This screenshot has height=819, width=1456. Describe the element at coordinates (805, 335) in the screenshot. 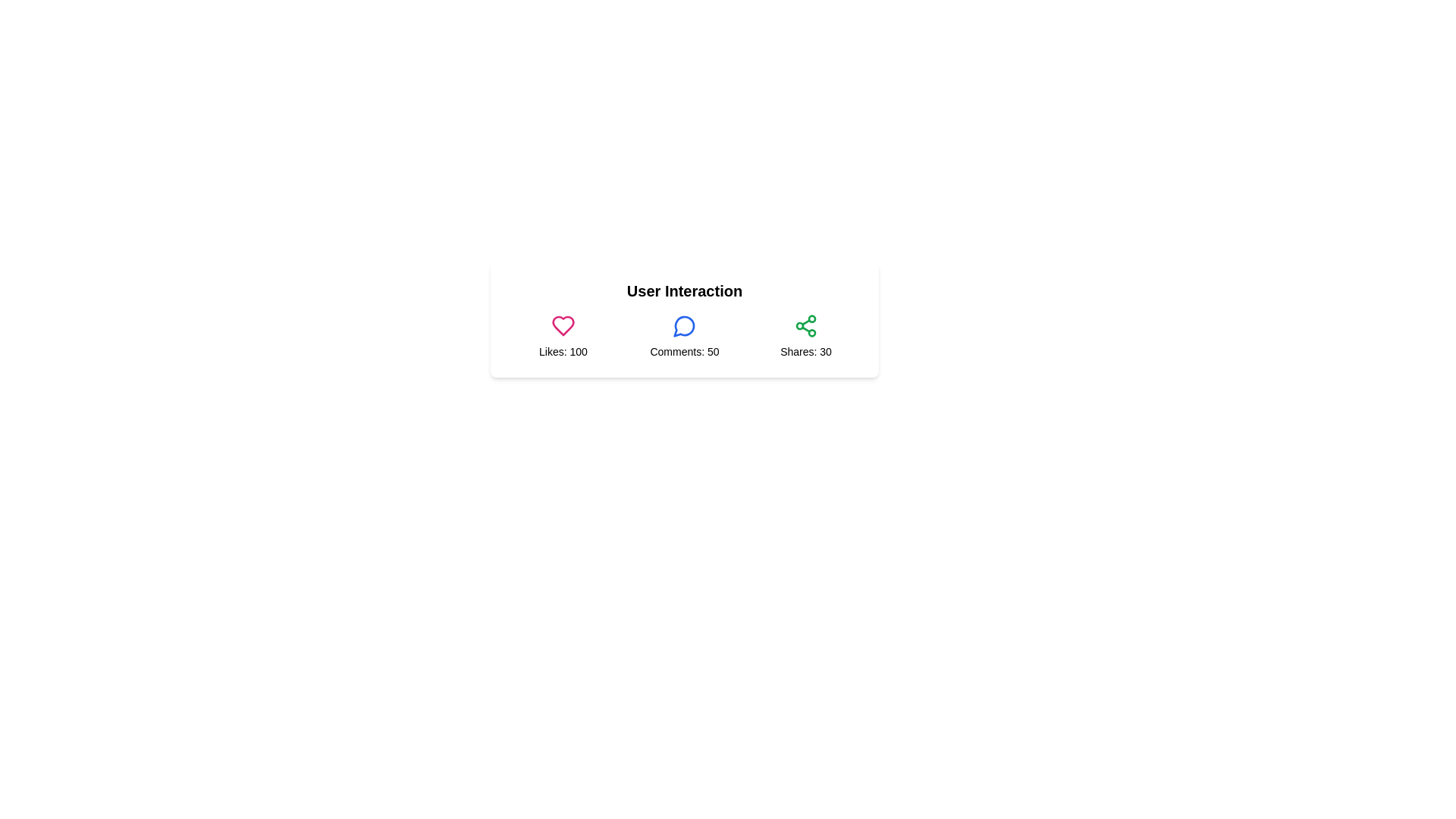

I see `the Informational Label that indicates the number of shares (30), located at the bottom right side of the layout, following 'Comments: 50'` at that location.